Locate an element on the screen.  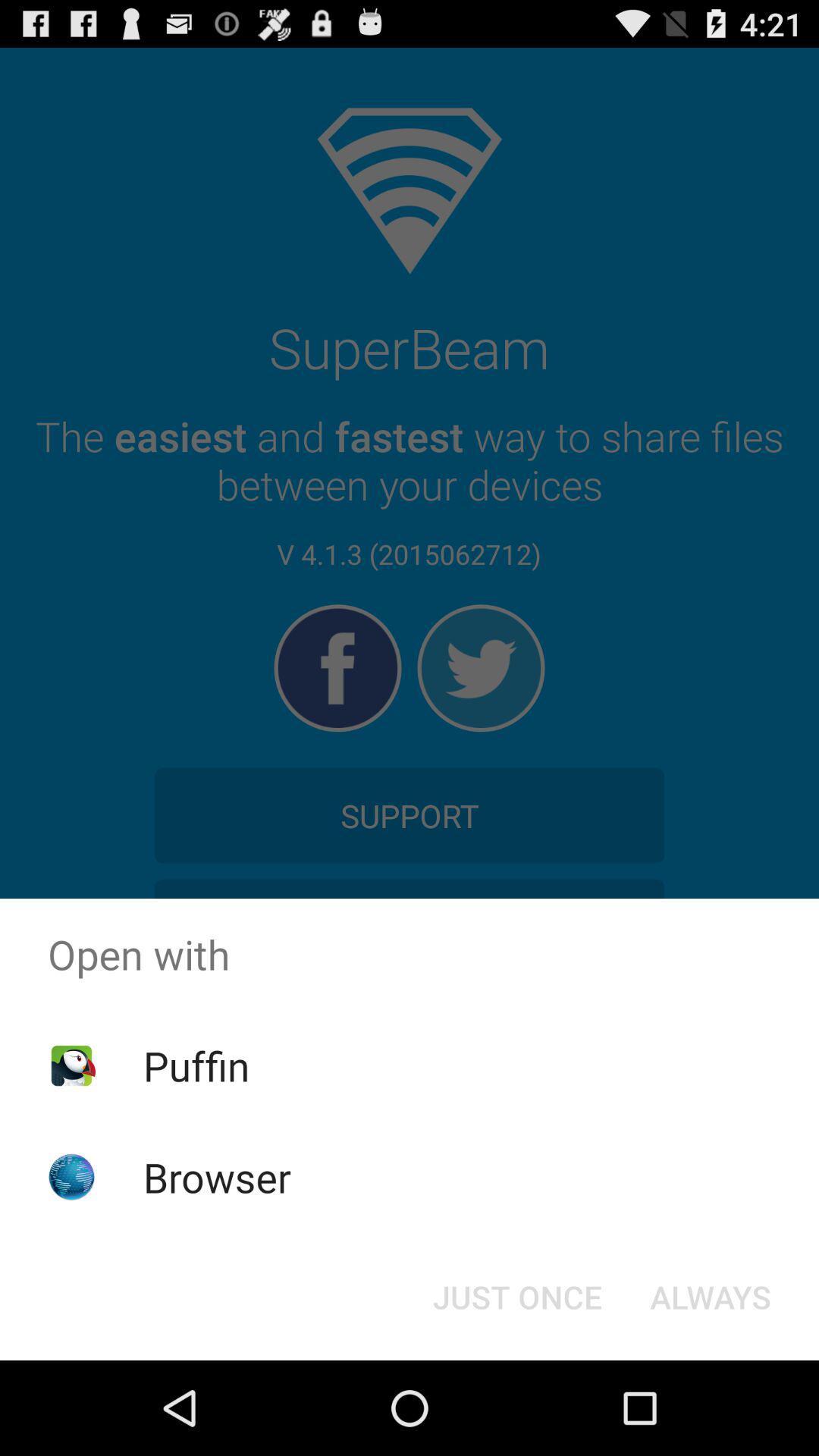
the puffin app is located at coordinates (196, 1065).